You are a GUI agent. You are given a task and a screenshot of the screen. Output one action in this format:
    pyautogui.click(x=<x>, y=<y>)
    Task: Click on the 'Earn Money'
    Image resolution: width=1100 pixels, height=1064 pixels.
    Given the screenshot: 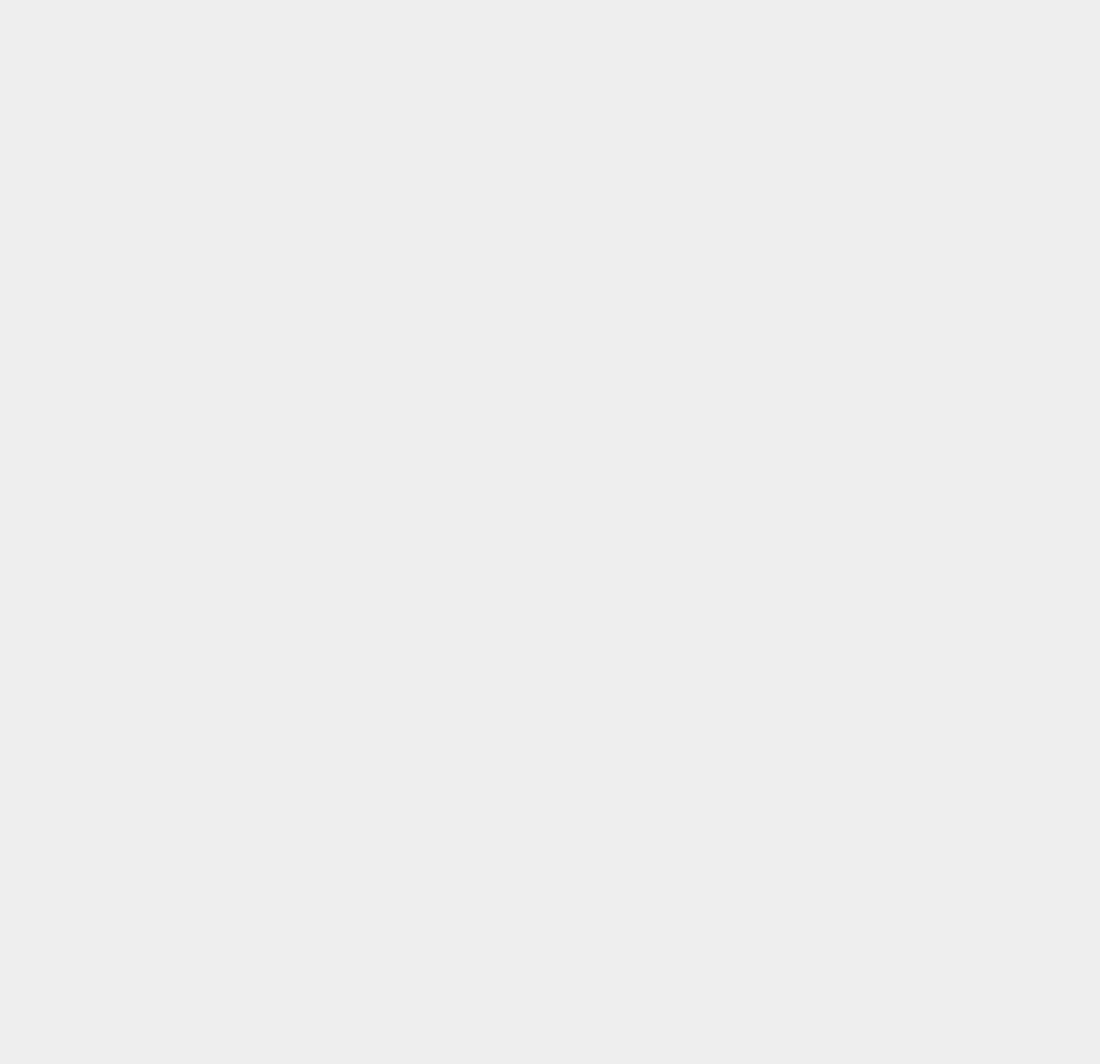 What is the action you would take?
    pyautogui.click(x=814, y=676)
    